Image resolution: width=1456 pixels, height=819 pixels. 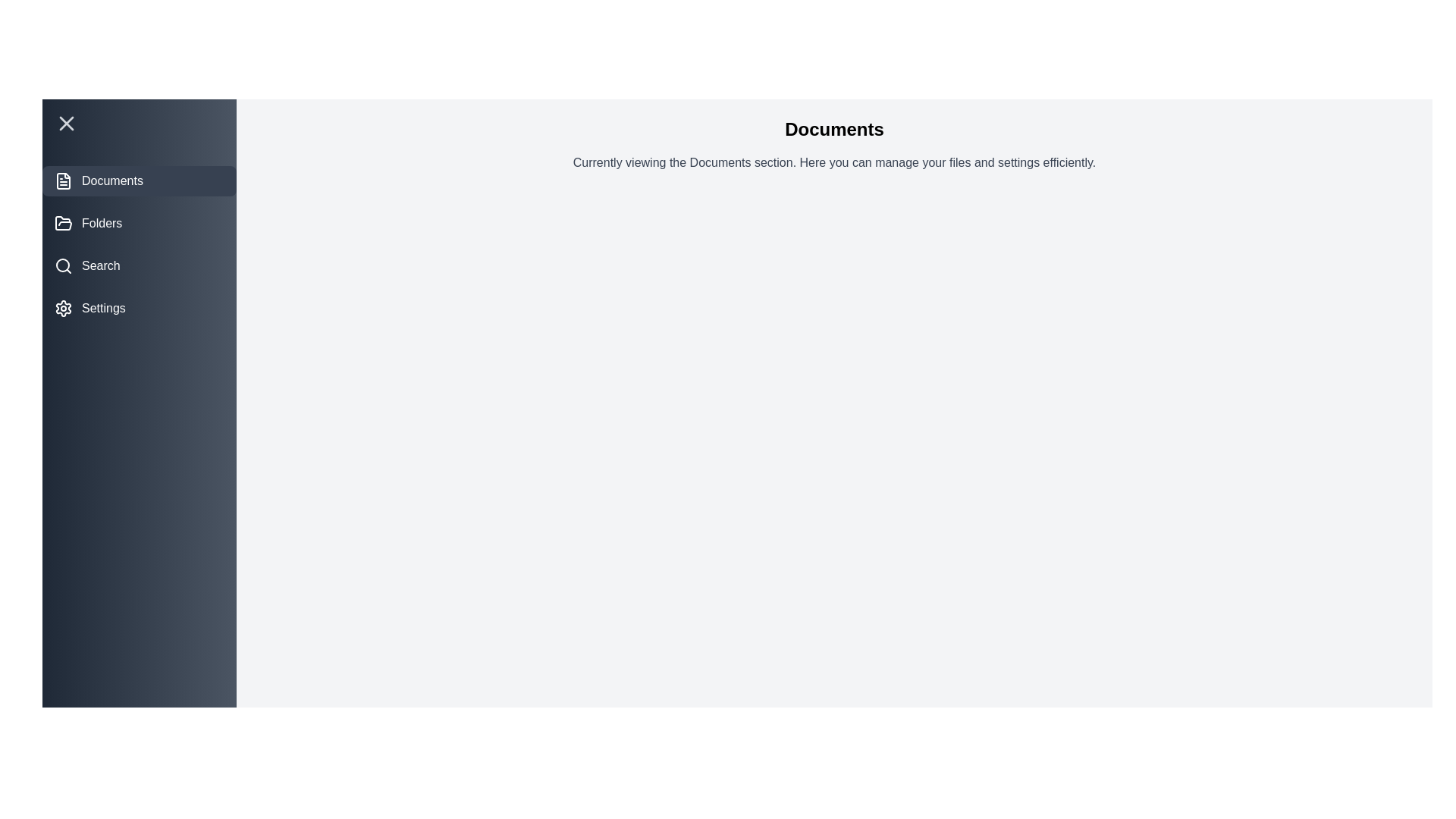 I want to click on the Search section by clicking on its corresponding menu item, so click(x=139, y=265).